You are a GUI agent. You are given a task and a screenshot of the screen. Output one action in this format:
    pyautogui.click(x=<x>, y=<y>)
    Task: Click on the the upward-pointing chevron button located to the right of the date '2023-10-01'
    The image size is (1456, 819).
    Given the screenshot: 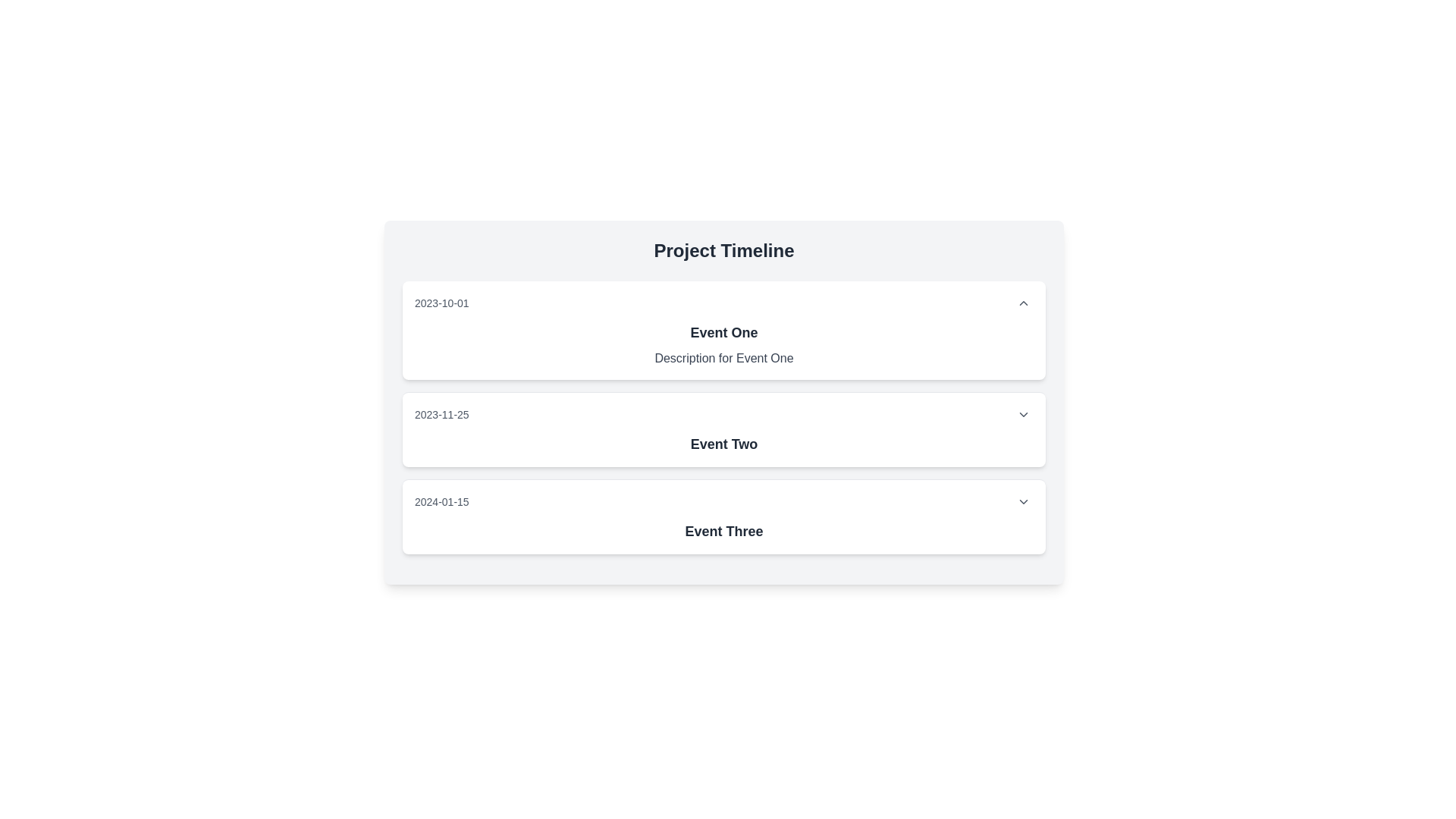 What is the action you would take?
    pyautogui.click(x=1023, y=303)
    